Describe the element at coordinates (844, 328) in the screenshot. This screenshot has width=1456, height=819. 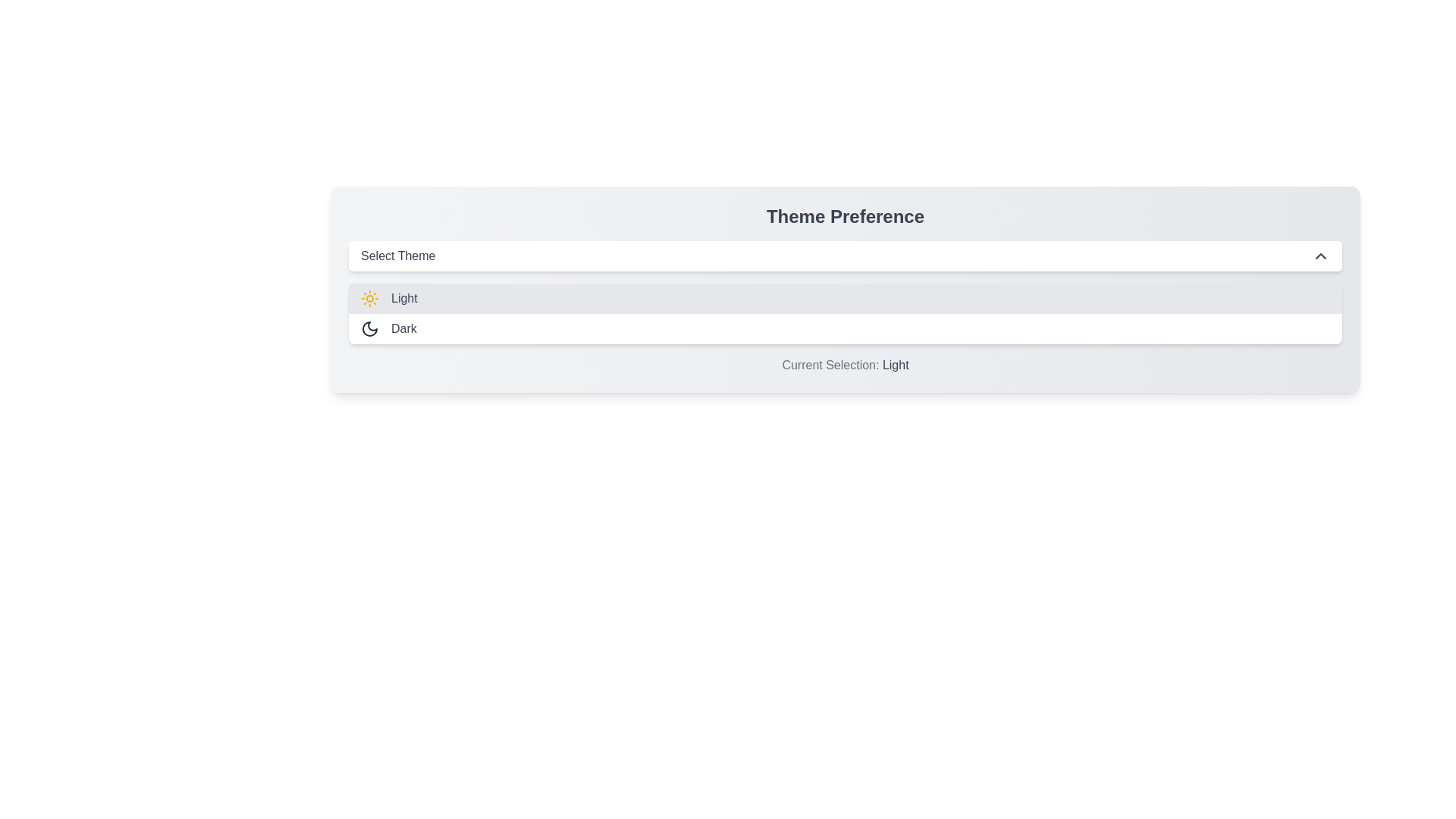
I see `the 'Dark' theme button to select it` at that location.